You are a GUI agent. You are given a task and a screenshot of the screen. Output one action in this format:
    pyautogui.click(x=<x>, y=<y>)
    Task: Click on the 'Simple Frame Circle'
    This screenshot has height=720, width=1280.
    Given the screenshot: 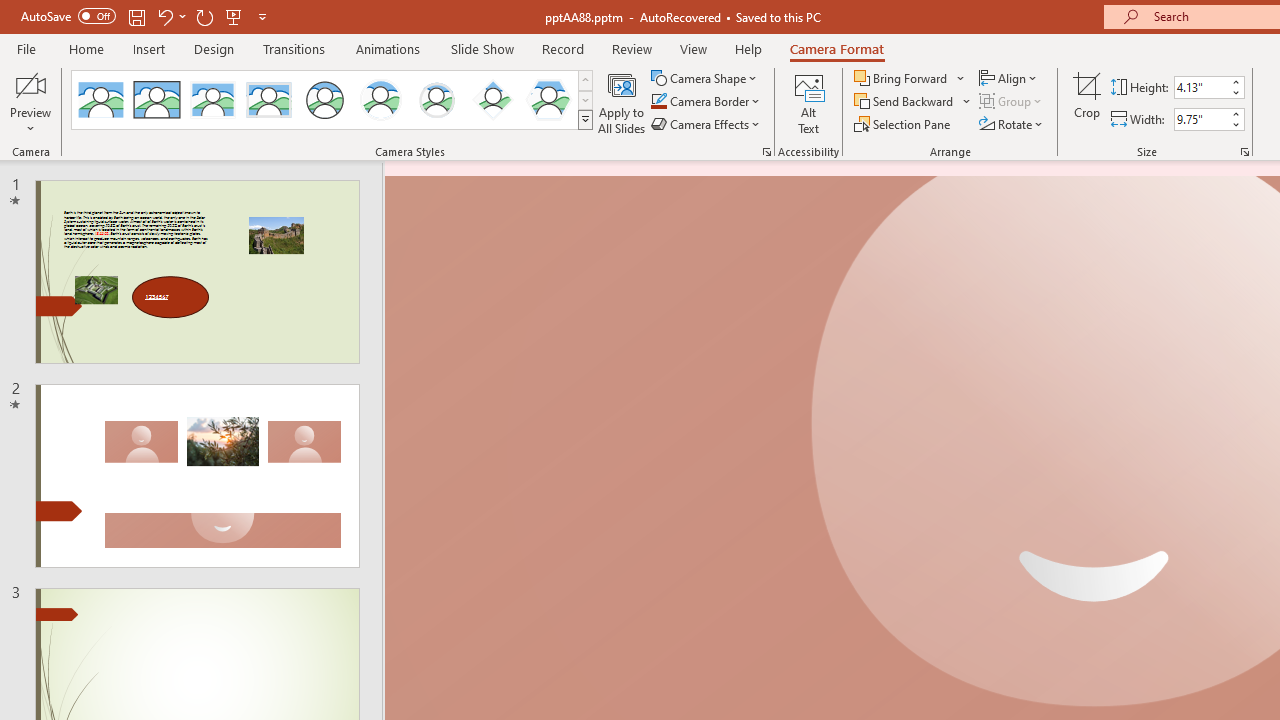 What is the action you would take?
    pyautogui.click(x=325, y=100)
    